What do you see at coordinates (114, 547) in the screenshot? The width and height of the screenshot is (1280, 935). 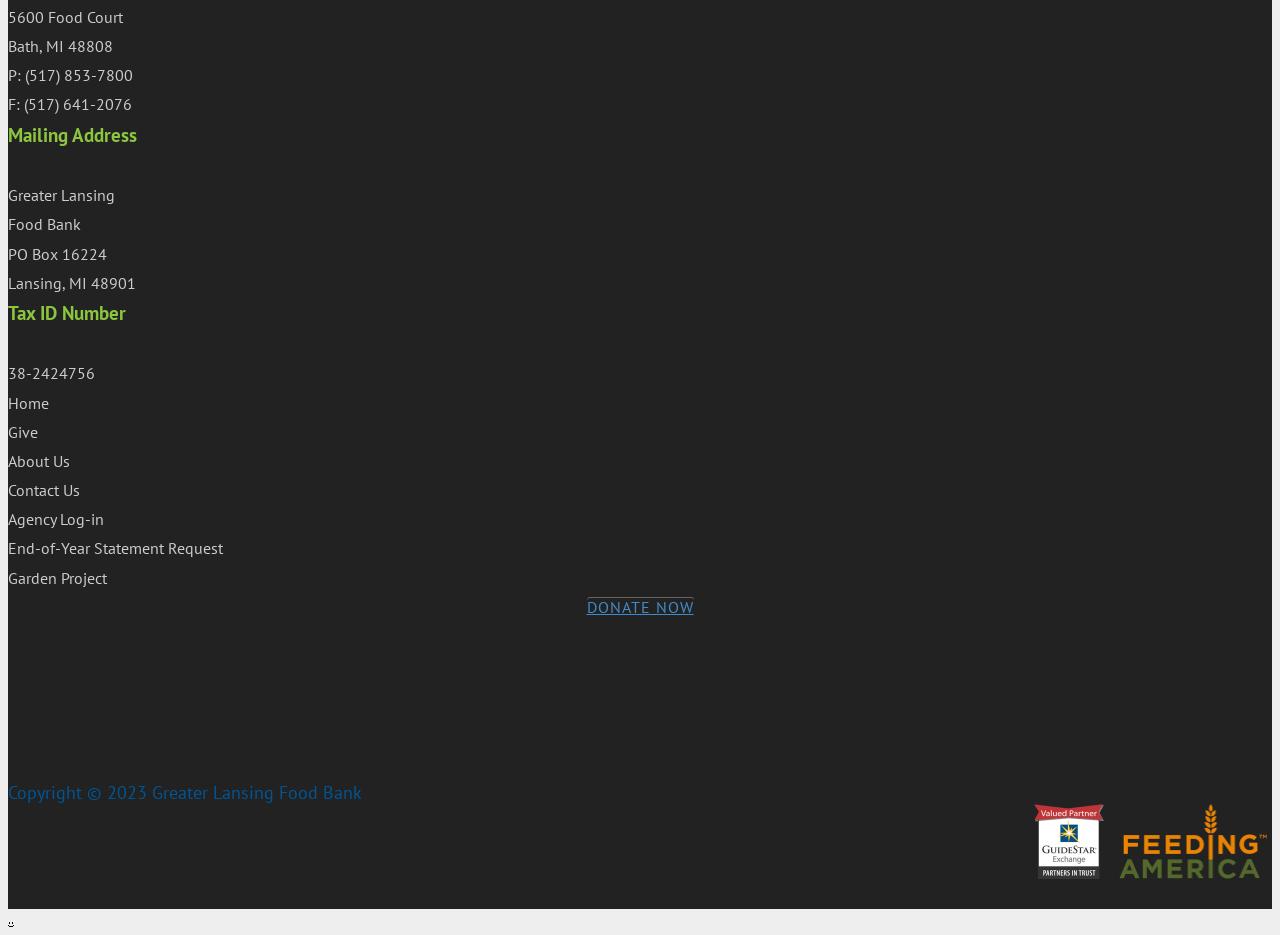 I see `'End-of-Year Statement Request'` at bounding box center [114, 547].